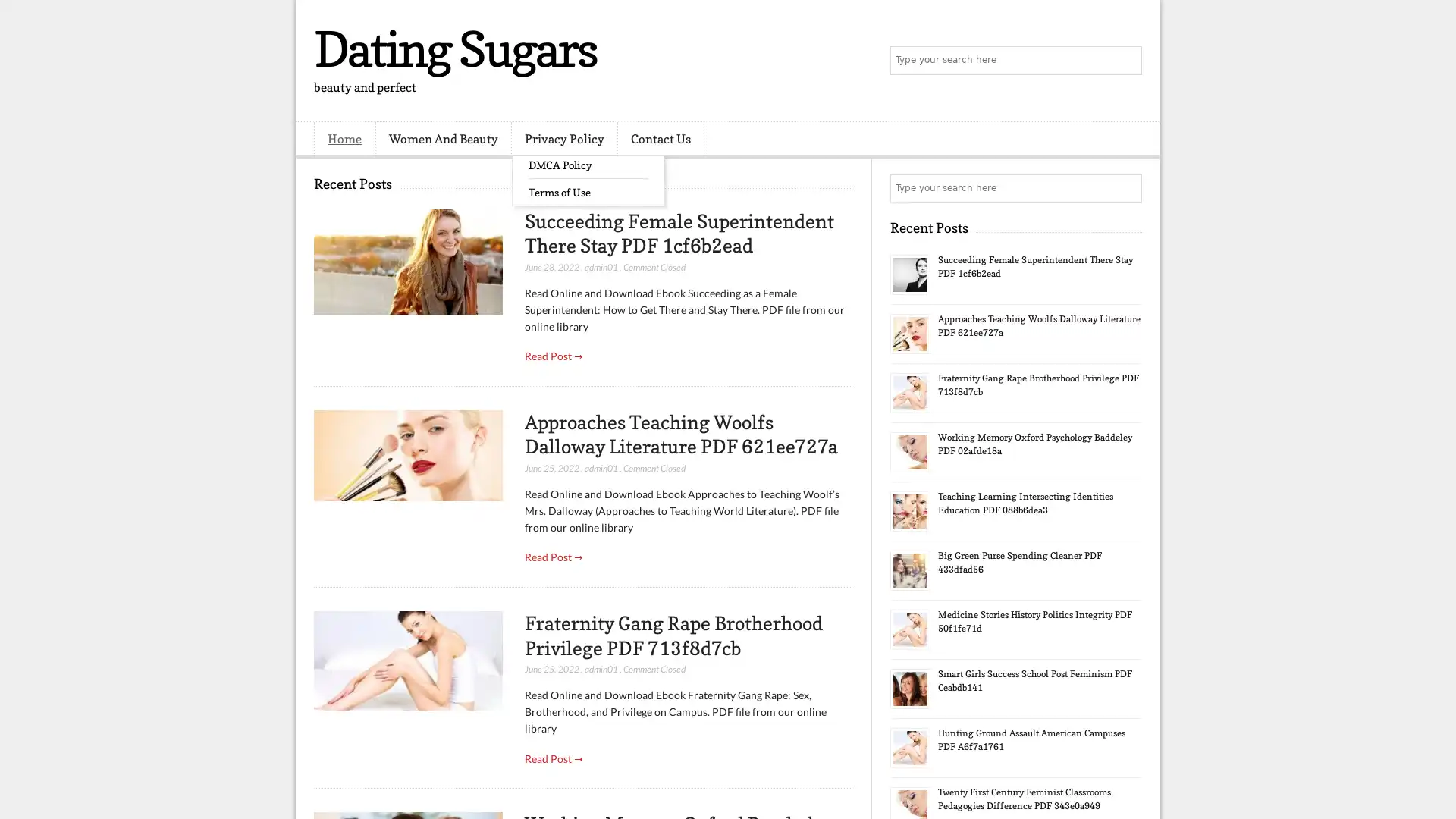 The height and width of the screenshot is (819, 1456). What do you see at coordinates (1126, 188) in the screenshot?
I see `Search` at bounding box center [1126, 188].